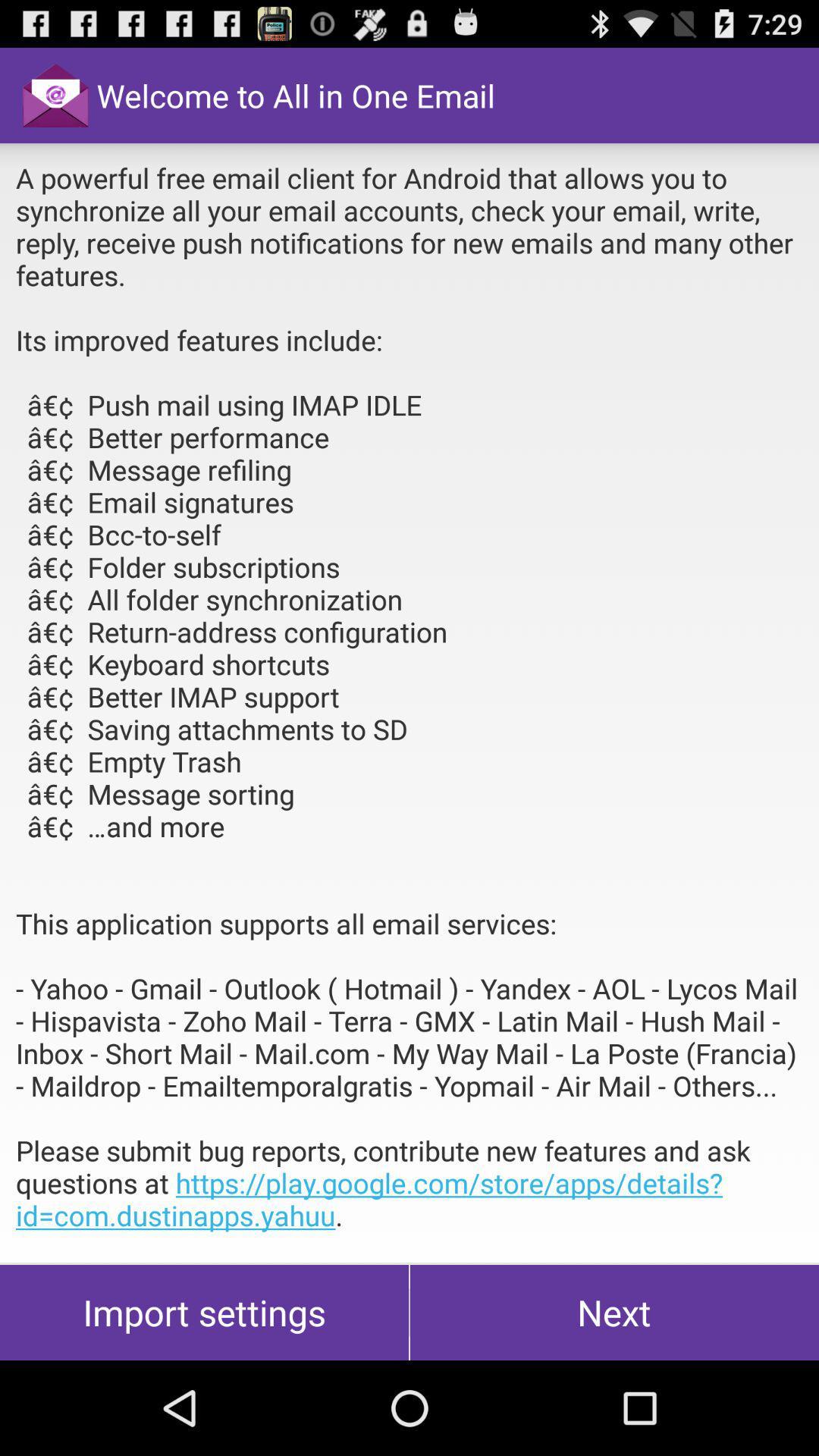 This screenshot has width=819, height=1456. What do you see at coordinates (614, 1312) in the screenshot?
I see `the next item` at bounding box center [614, 1312].